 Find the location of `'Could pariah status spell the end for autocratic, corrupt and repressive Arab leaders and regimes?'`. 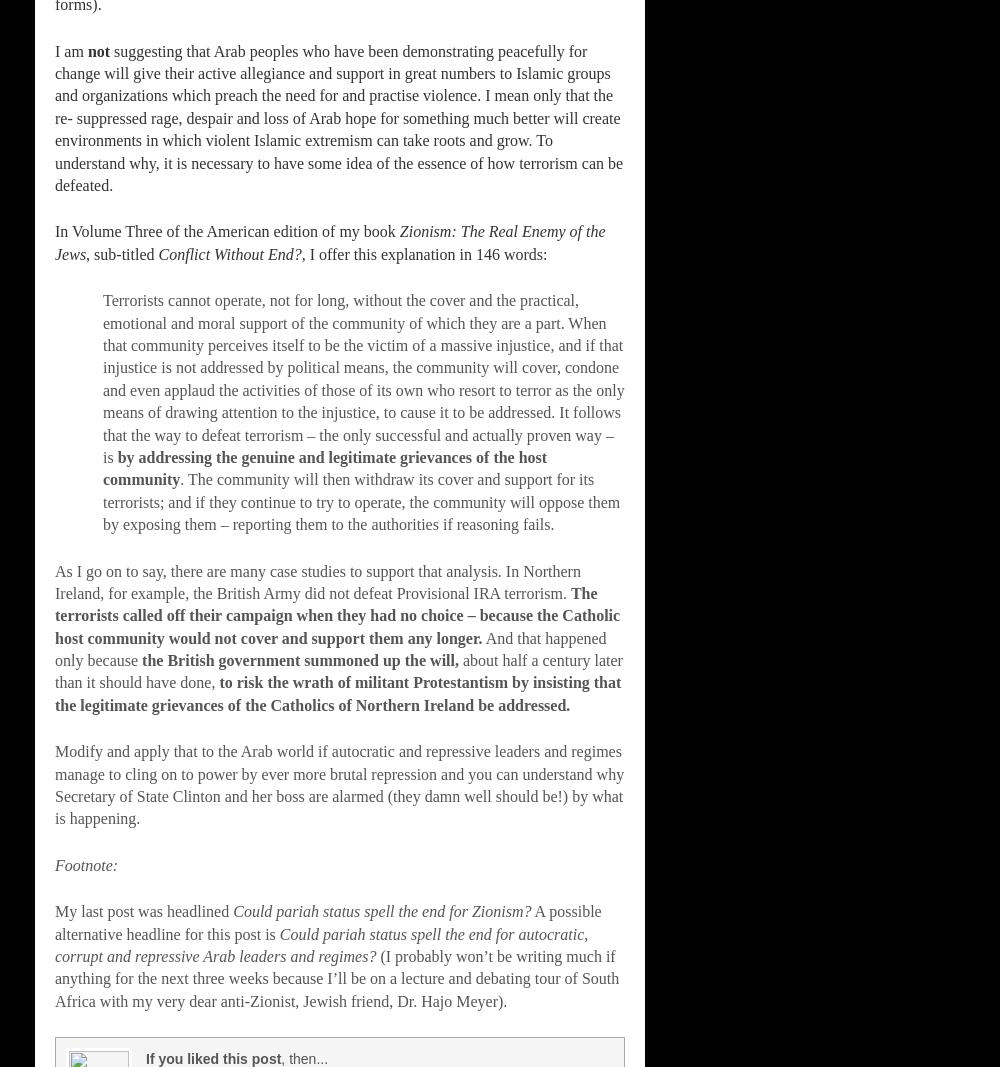

'Could pariah status spell the end for autocratic, corrupt and repressive Arab leaders and regimes?' is located at coordinates (320, 944).